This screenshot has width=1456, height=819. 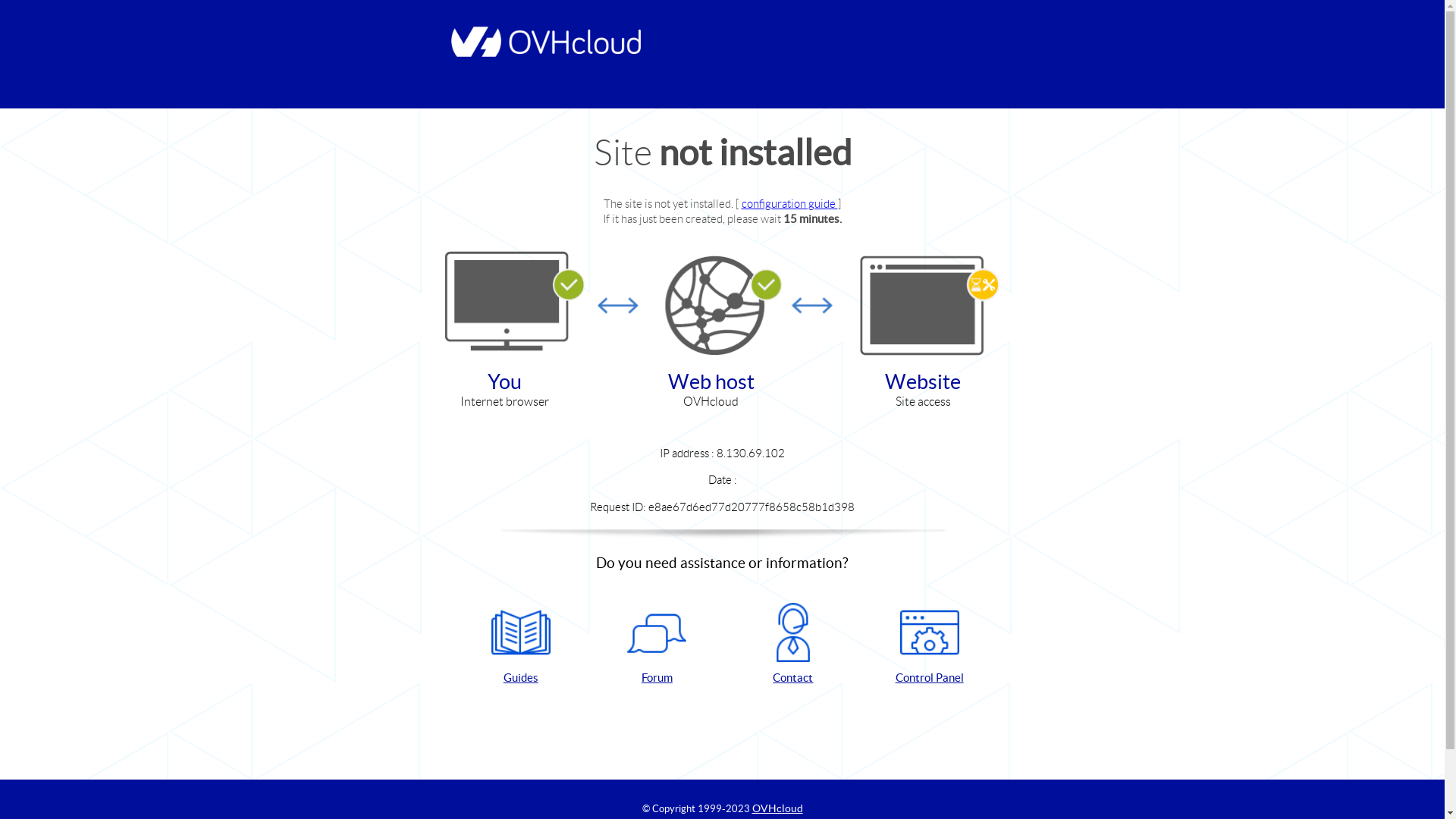 I want to click on 'configuration guide', so click(x=789, y=202).